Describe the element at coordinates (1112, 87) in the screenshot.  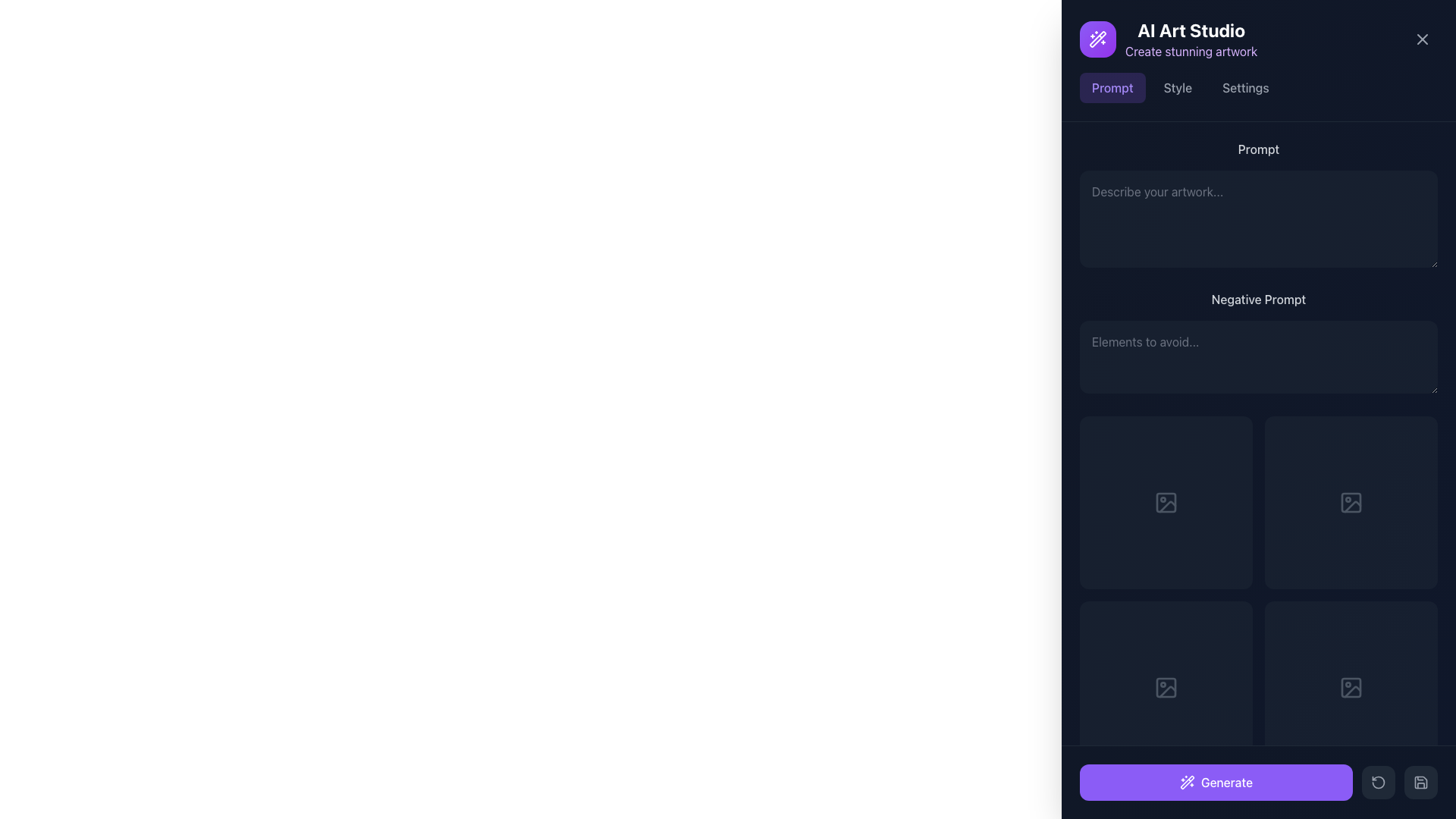
I see `the first button in a horizontal row of buttons that allows the user to navigate to the 'Prompt' section of the interface, located near the top-left corner of the right side panel` at that location.